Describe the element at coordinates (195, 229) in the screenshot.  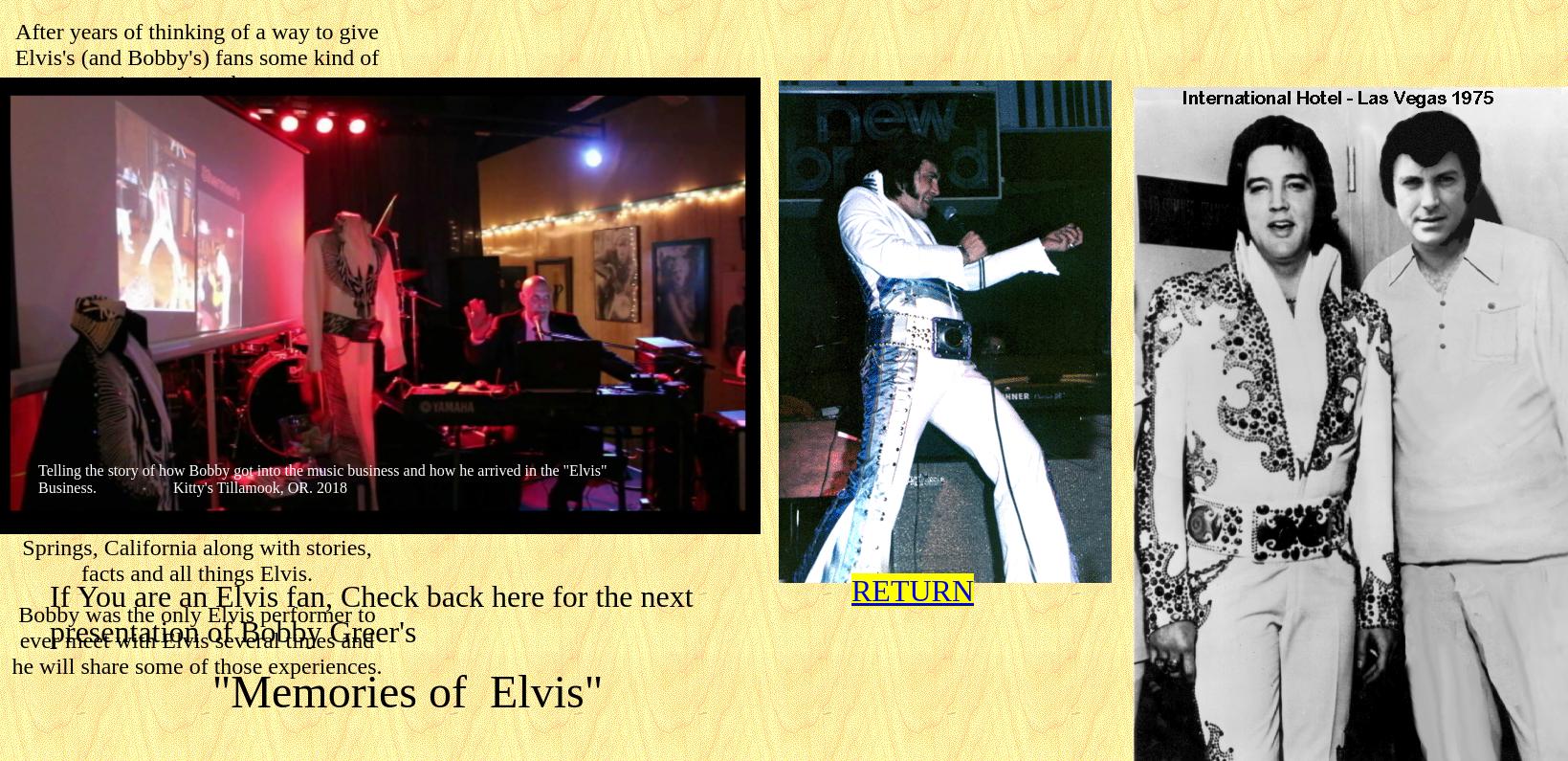
I see `'This show is a video production of Elvis's 
videos with clips of Bobby's Elvis shows of the past inserted here and there.'` at that location.